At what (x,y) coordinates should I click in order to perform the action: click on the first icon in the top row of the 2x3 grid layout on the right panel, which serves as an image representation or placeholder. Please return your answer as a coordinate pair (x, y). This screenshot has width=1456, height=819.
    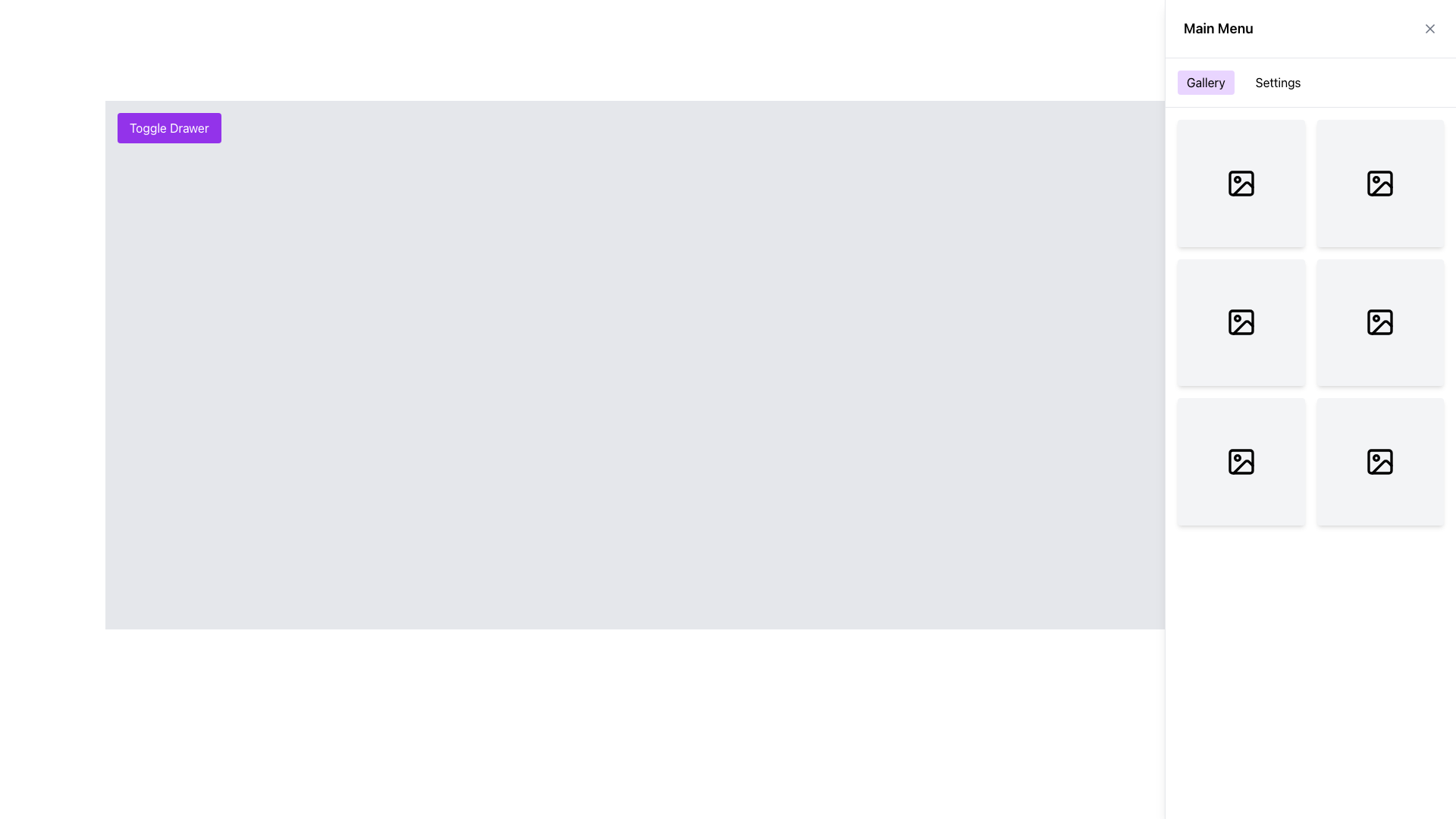
    Looking at the image, I should click on (1241, 182).